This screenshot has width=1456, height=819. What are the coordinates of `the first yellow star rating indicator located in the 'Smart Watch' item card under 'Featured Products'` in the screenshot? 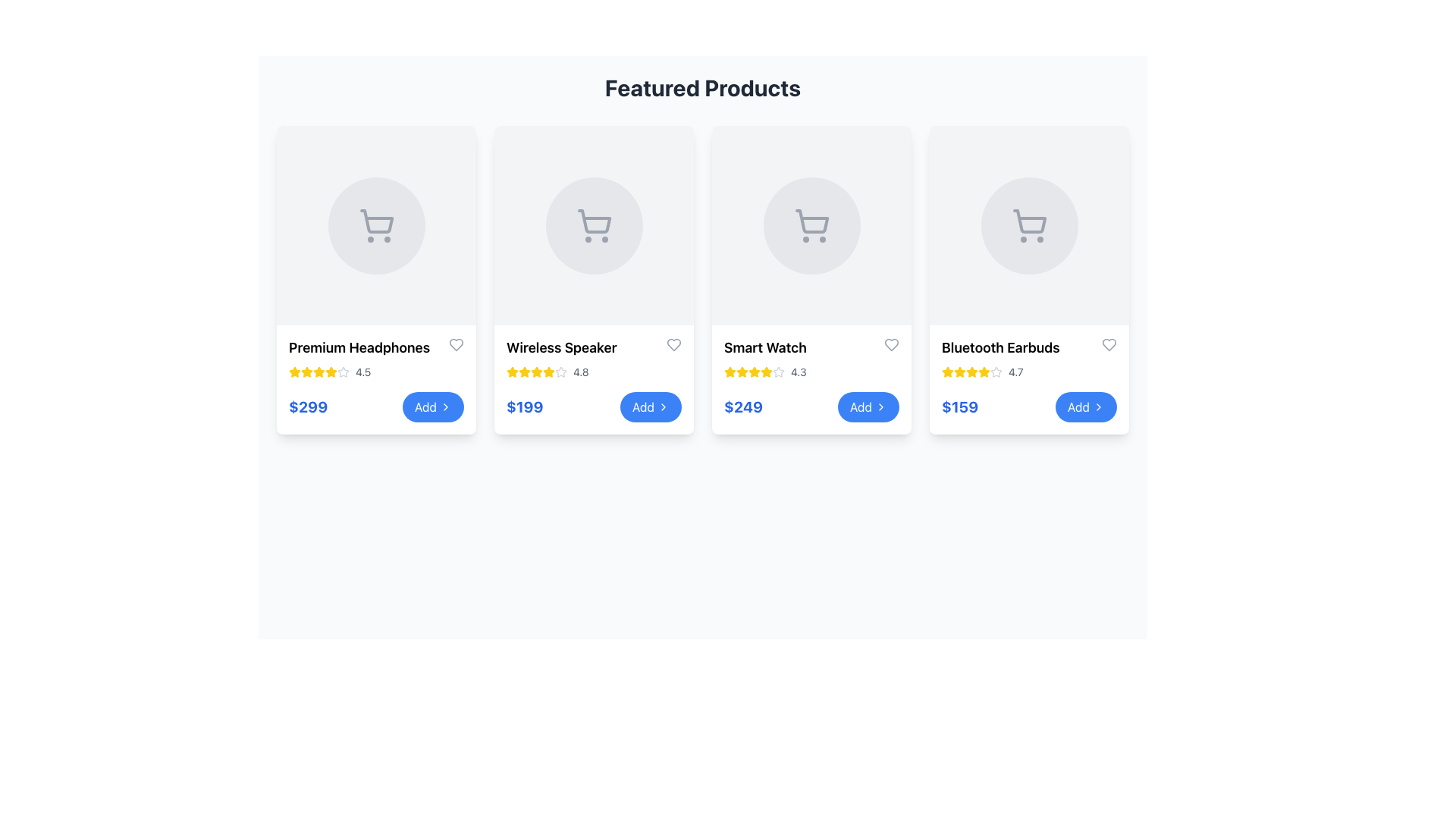 It's located at (730, 372).